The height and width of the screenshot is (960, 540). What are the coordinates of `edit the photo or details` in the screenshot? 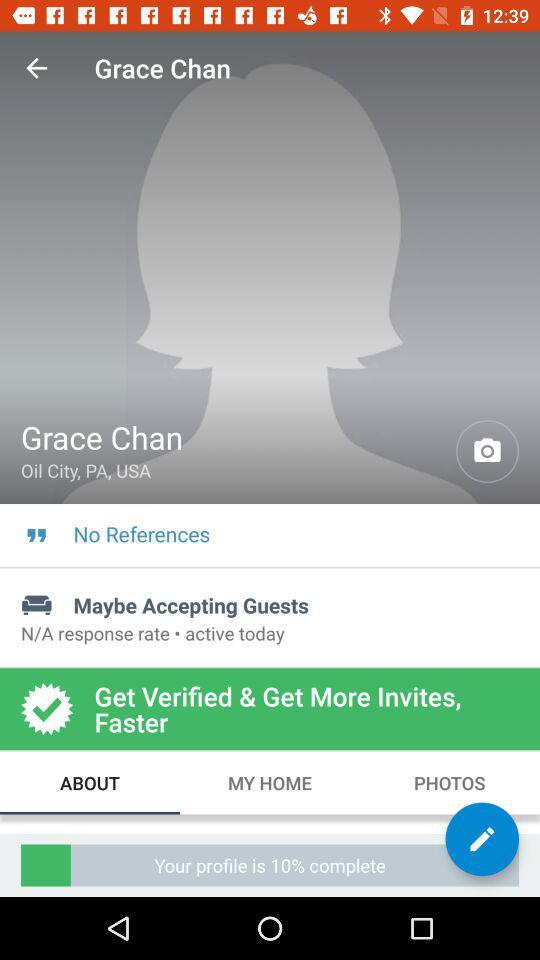 It's located at (481, 839).